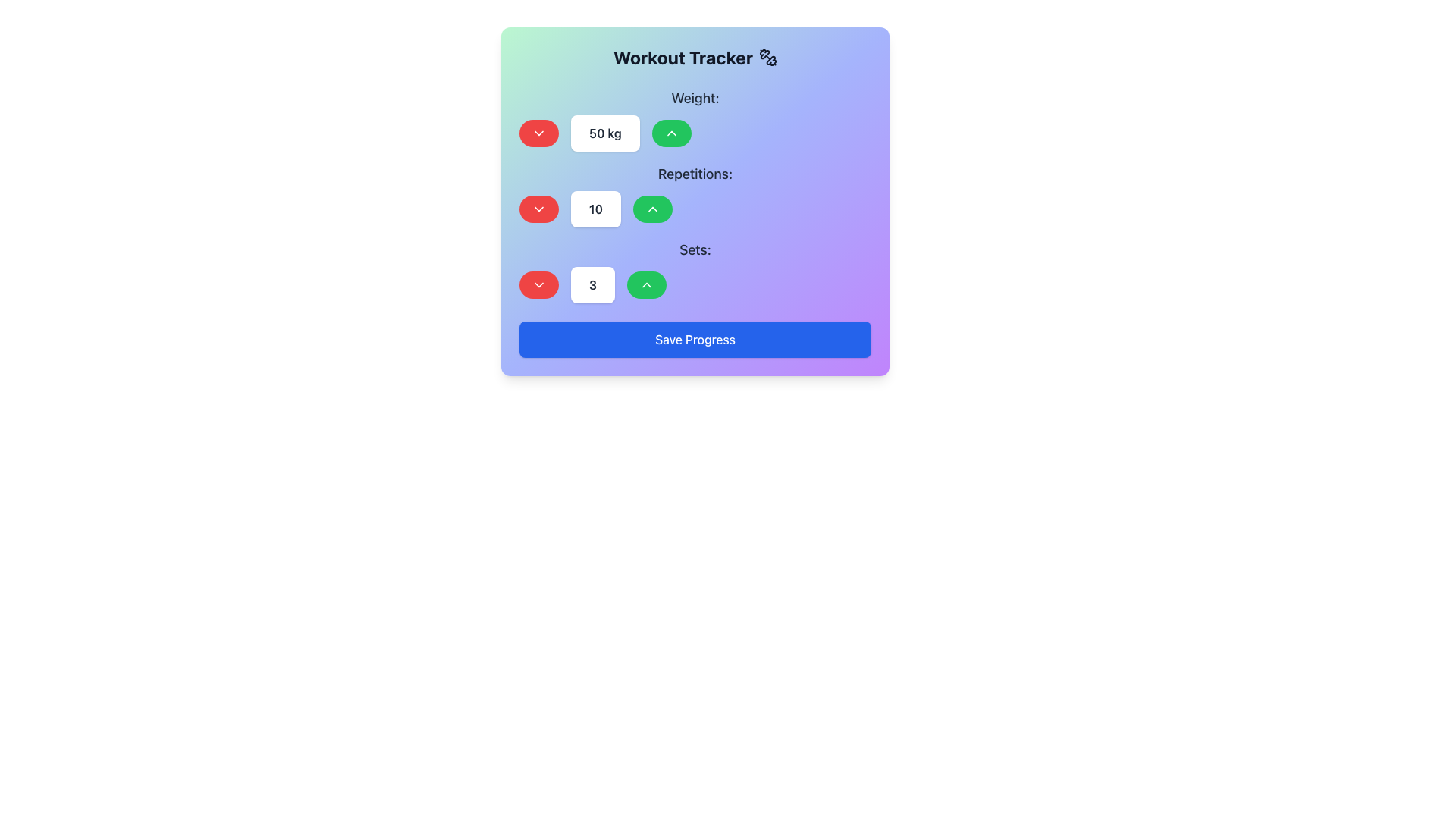 The image size is (1456, 819). Describe the element at coordinates (694, 271) in the screenshot. I see `the green upward chevron button located above the number '3' in the 'Sets:' adjustment panel to increase the number` at that location.